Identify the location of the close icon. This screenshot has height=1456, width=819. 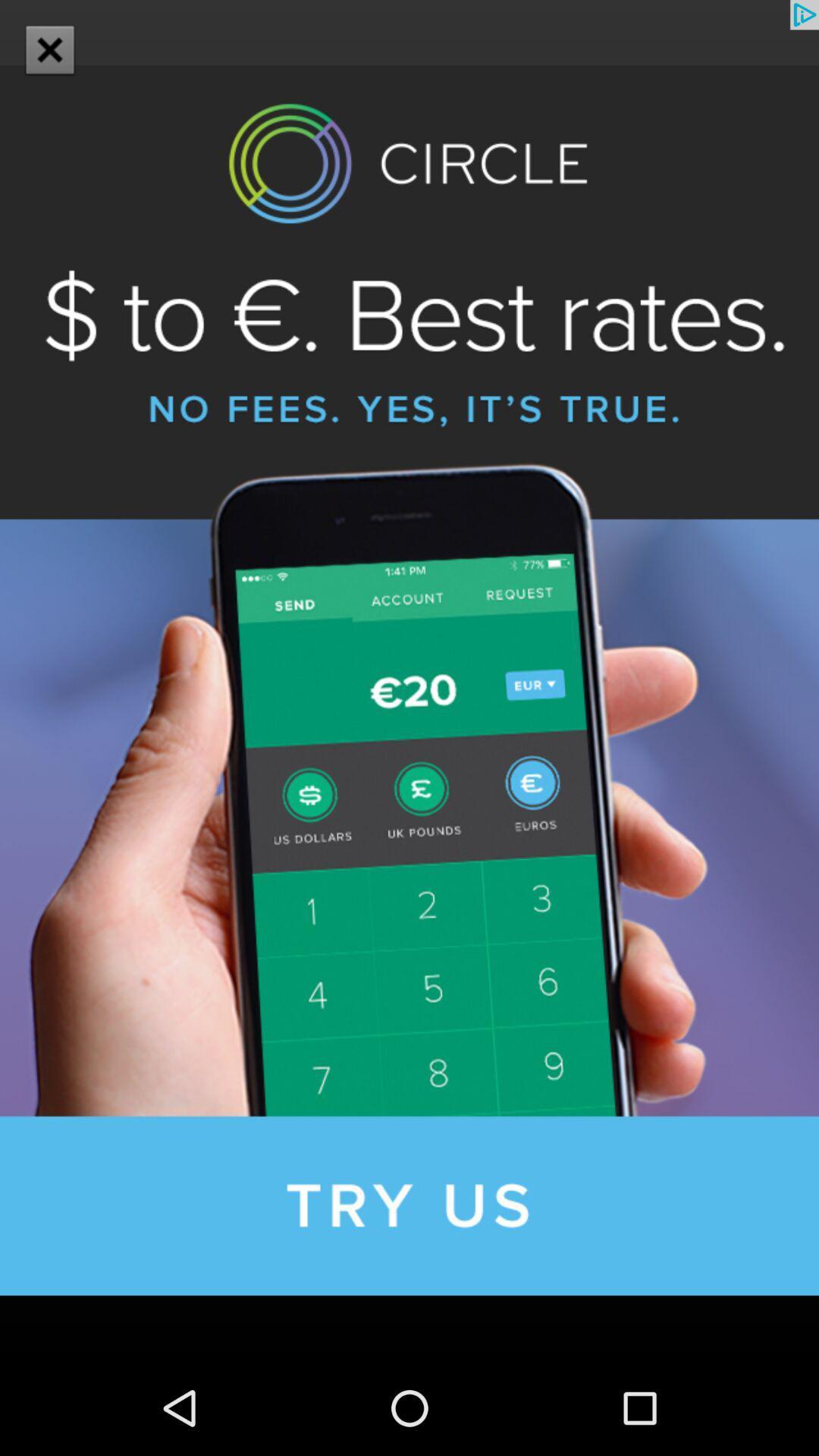
(49, 53).